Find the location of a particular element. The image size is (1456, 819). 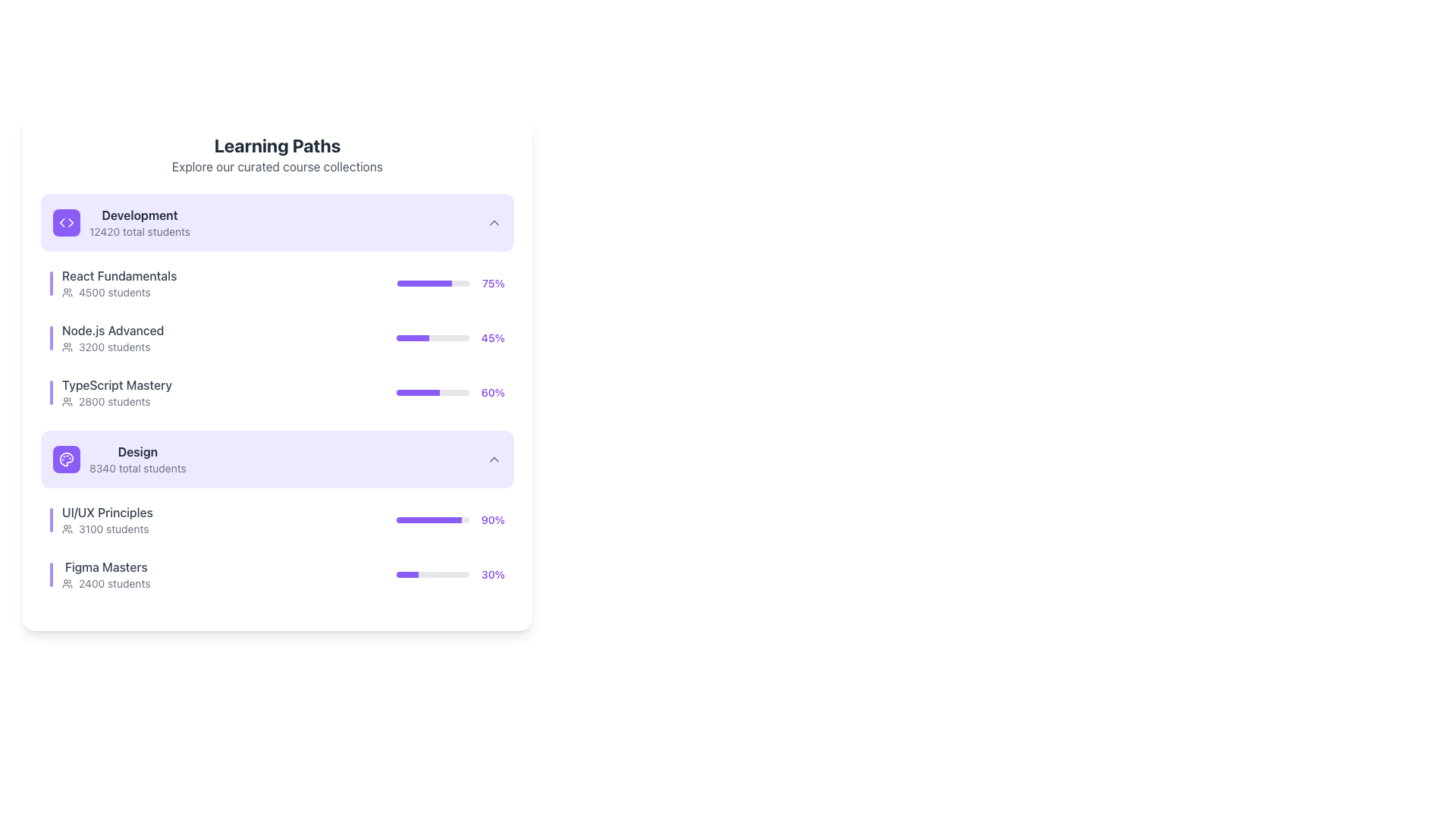

the progress bar representing a completion percentage of 75% within the 'React Fundamentals' section is located at coordinates (450, 284).